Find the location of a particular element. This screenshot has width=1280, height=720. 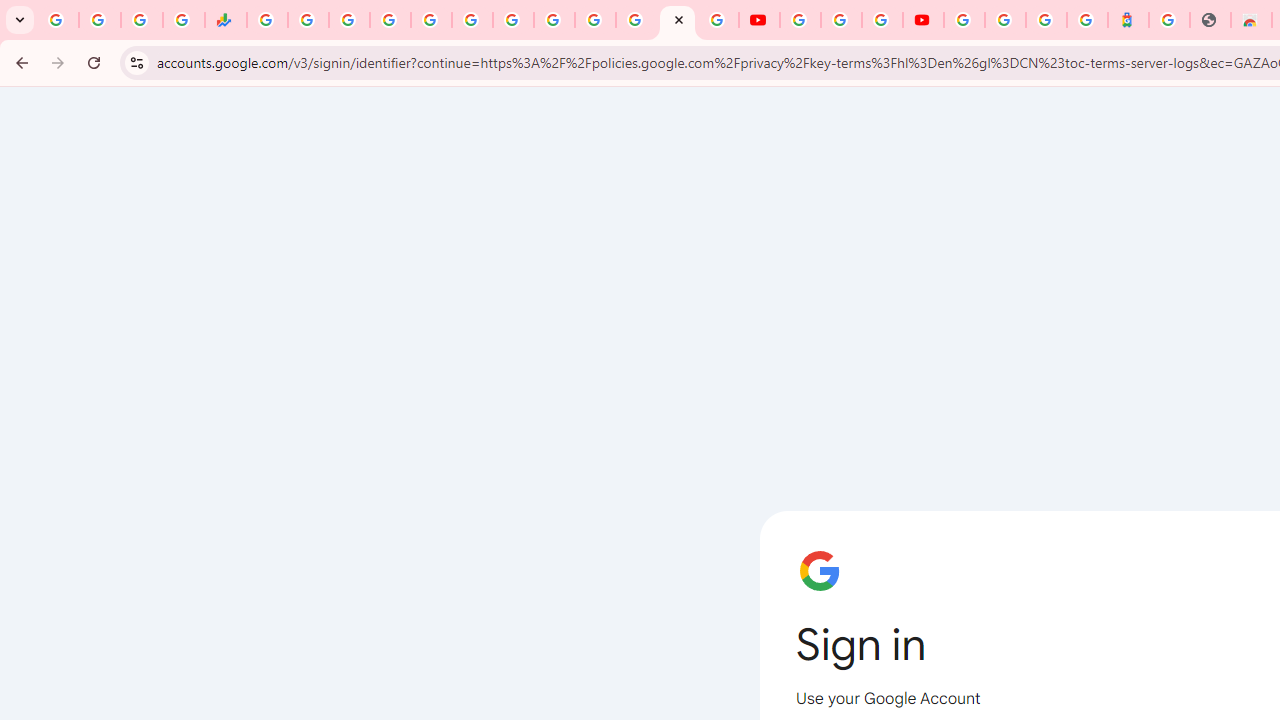

'Atour Hotel - Google hotels' is located at coordinates (1128, 20).